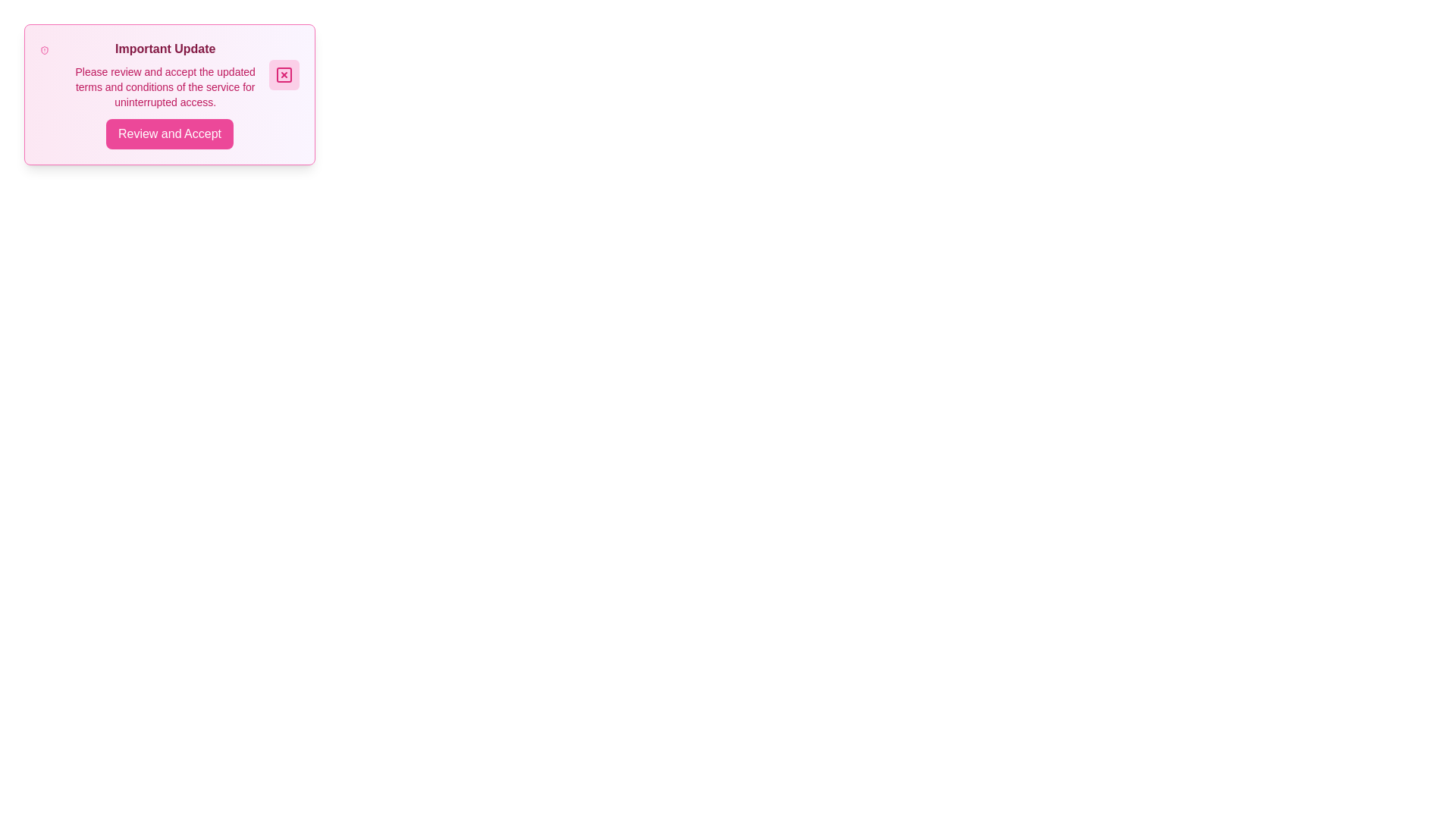 Image resolution: width=1456 pixels, height=819 pixels. I want to click on the text block that provides additional information about updated terms and conditions, which appears beneath the bold title 'Important Update.', so click(165, 87).